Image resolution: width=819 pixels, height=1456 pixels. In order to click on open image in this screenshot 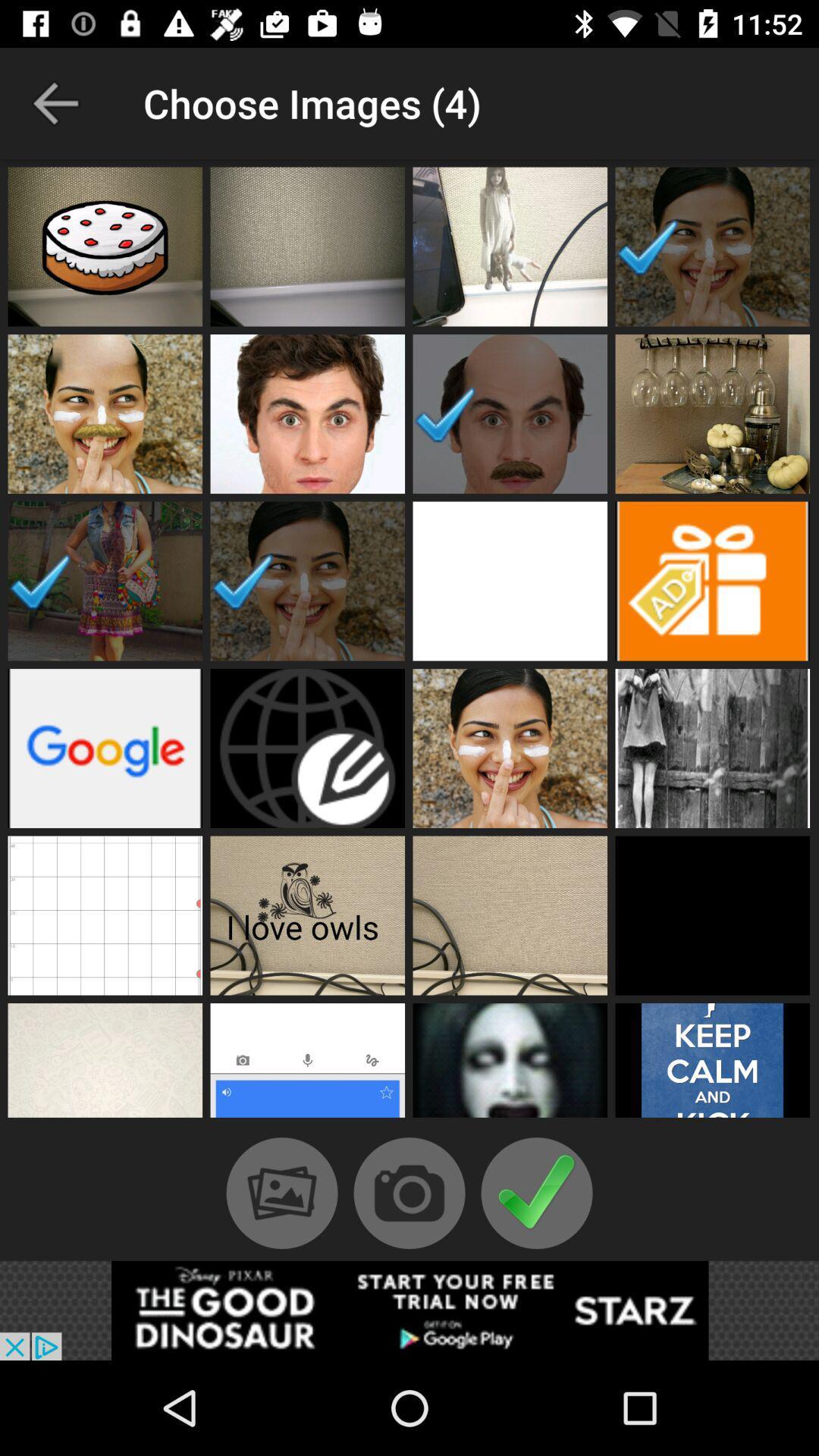, I will do `click(104, 246)`.